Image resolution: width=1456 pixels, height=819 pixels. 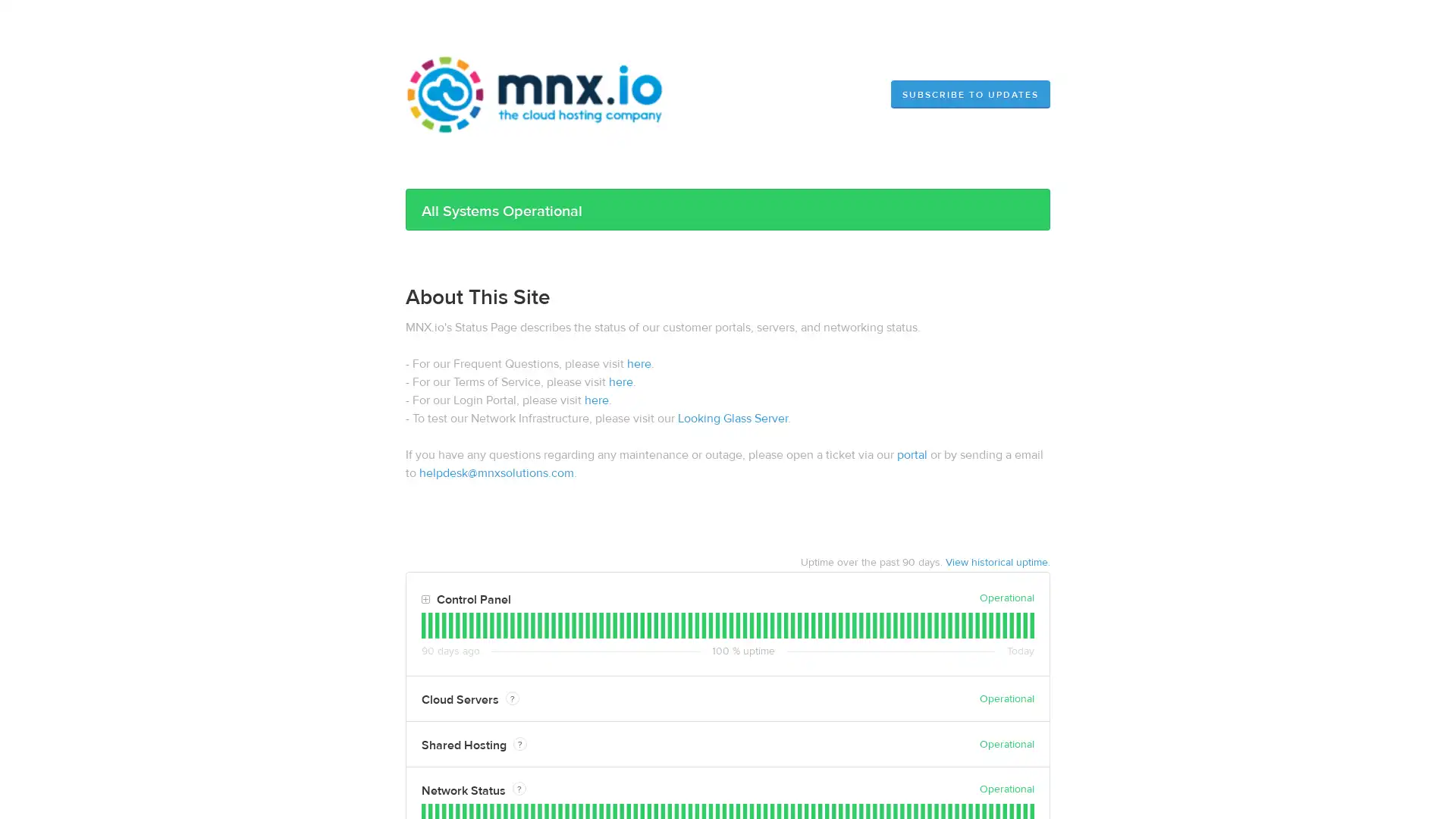 What do you see at coordinates (425, 598) in the screenshot?
I see `Toggle Control Panel` at bounding box center [425, 598].